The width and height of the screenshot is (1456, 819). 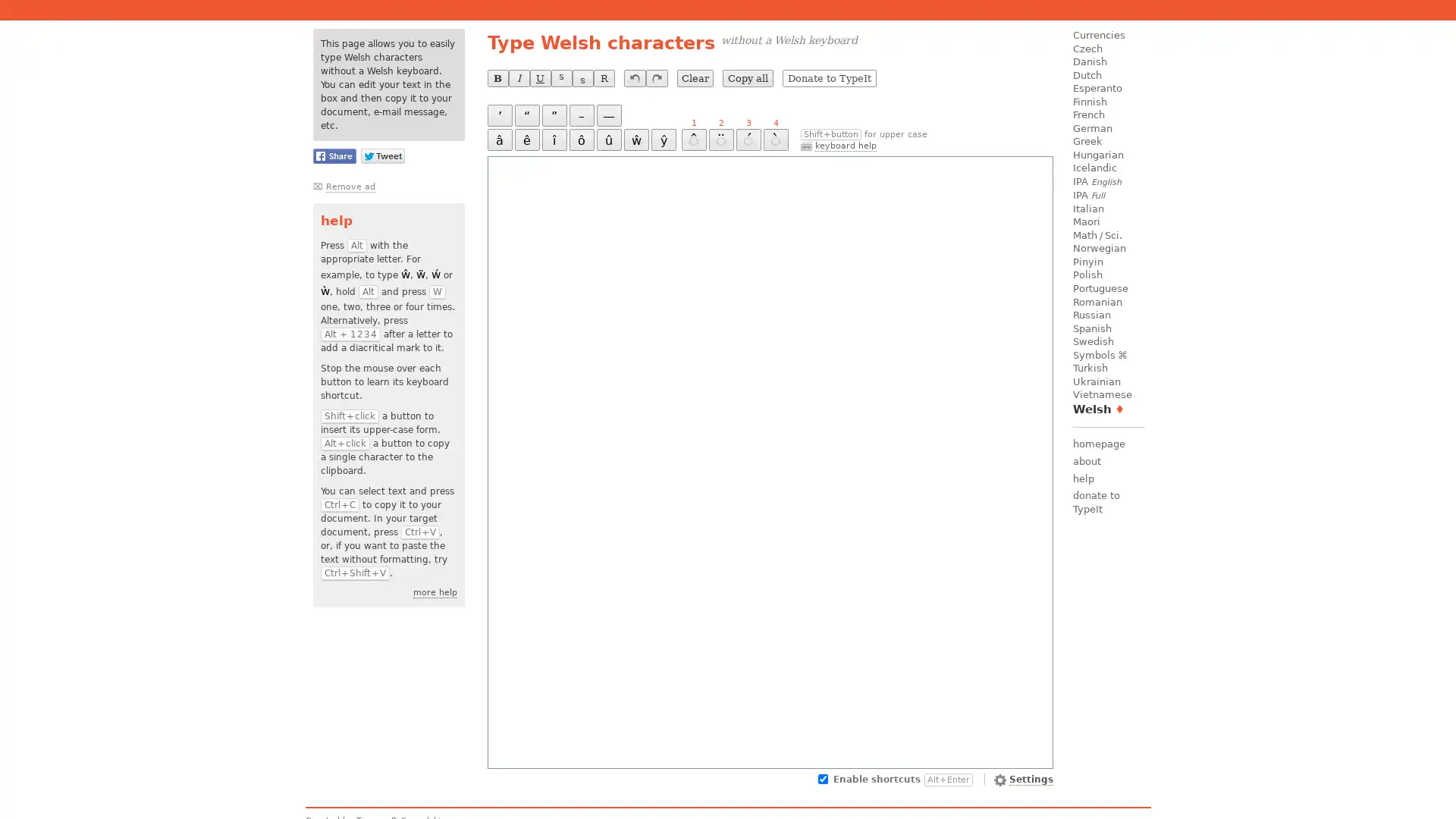 What do you see at coordinates (497, 78) in the screenshot?
I see `B` at bounding box center [497, 78].